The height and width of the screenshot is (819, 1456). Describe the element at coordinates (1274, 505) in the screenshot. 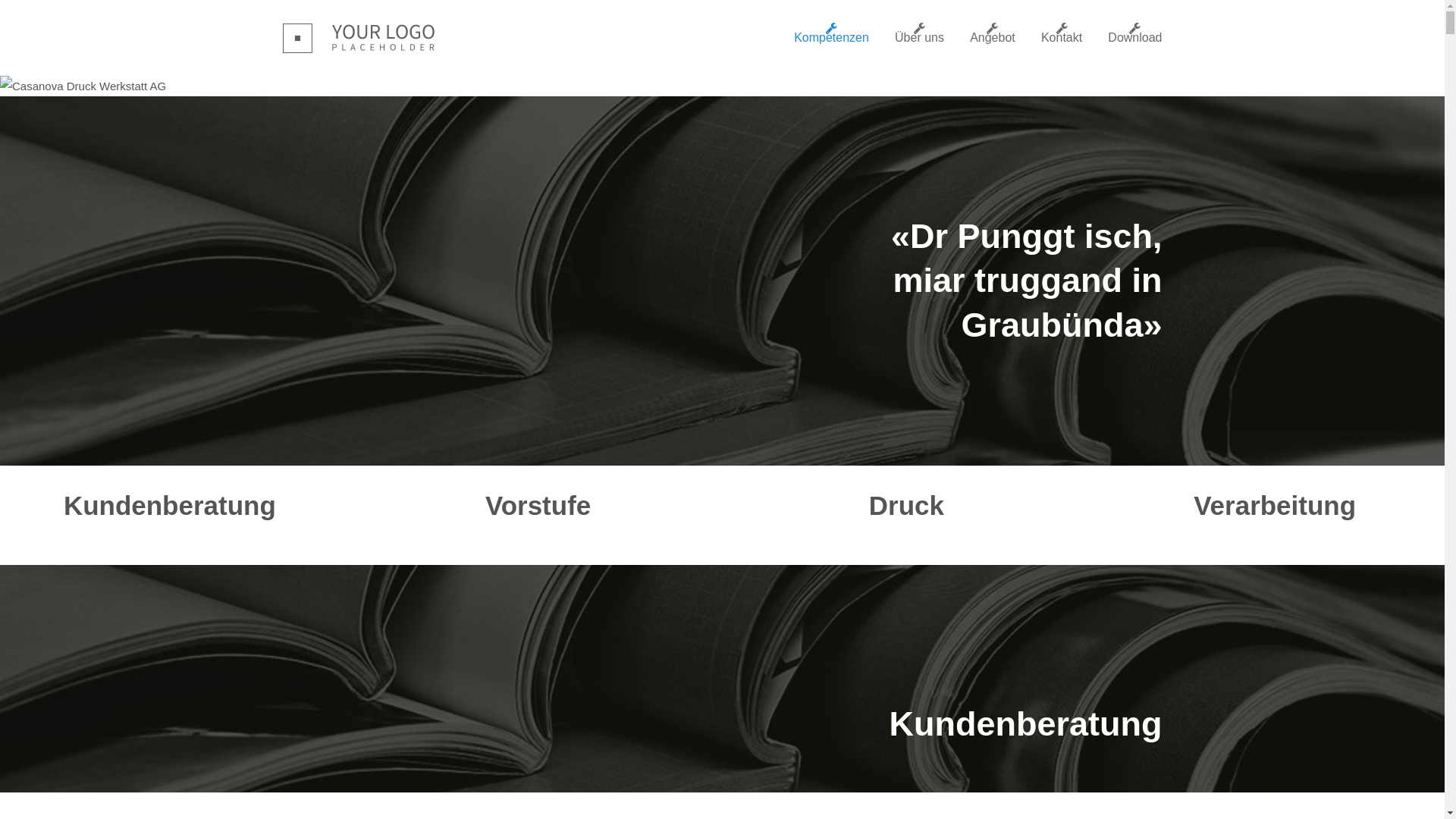

I see `'Verarbeitung'` at that location.